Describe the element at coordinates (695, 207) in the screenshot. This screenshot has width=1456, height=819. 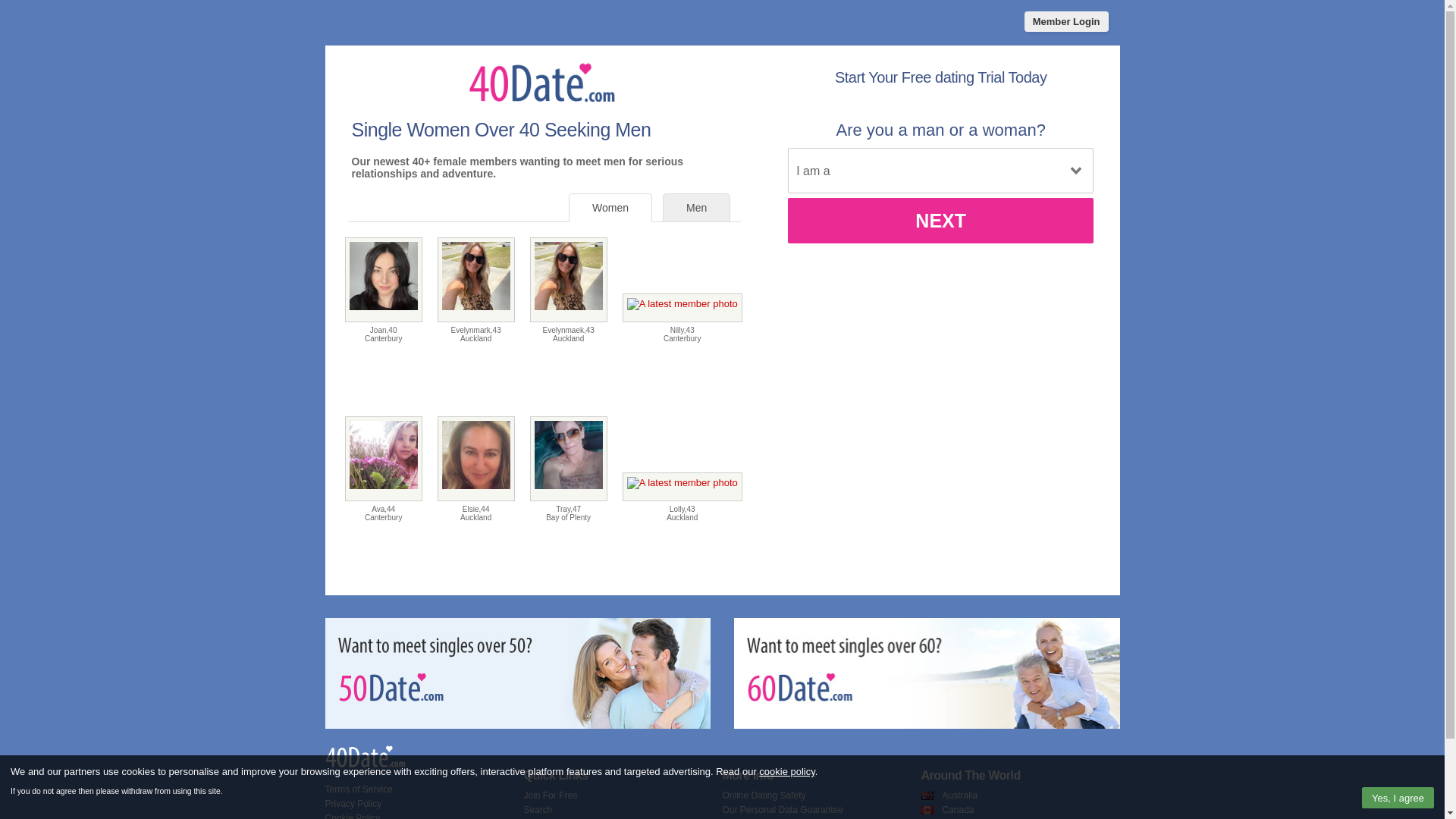
I see `'Men'` at that location.